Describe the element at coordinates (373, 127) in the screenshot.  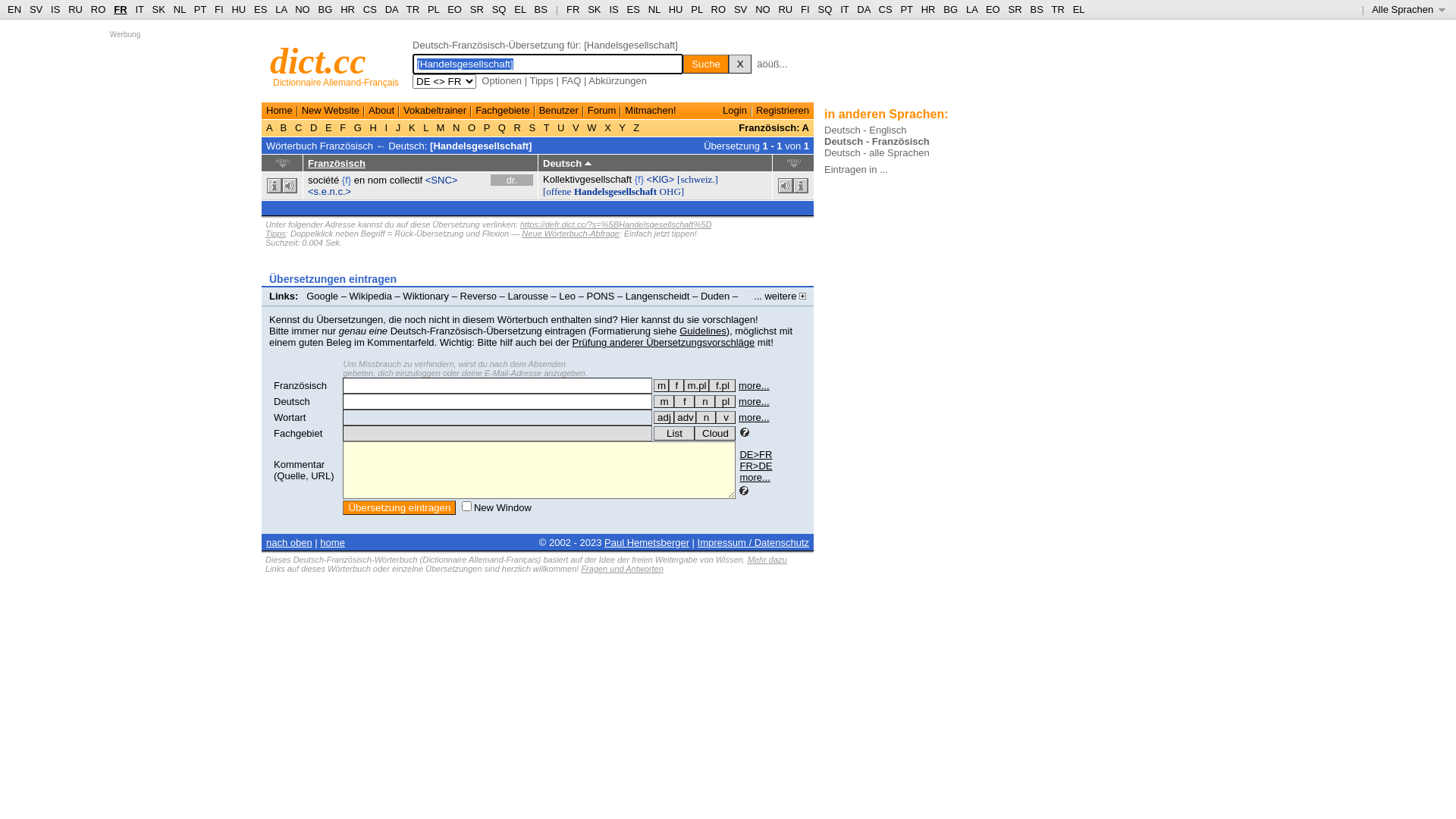
I see `'H'` at that location.